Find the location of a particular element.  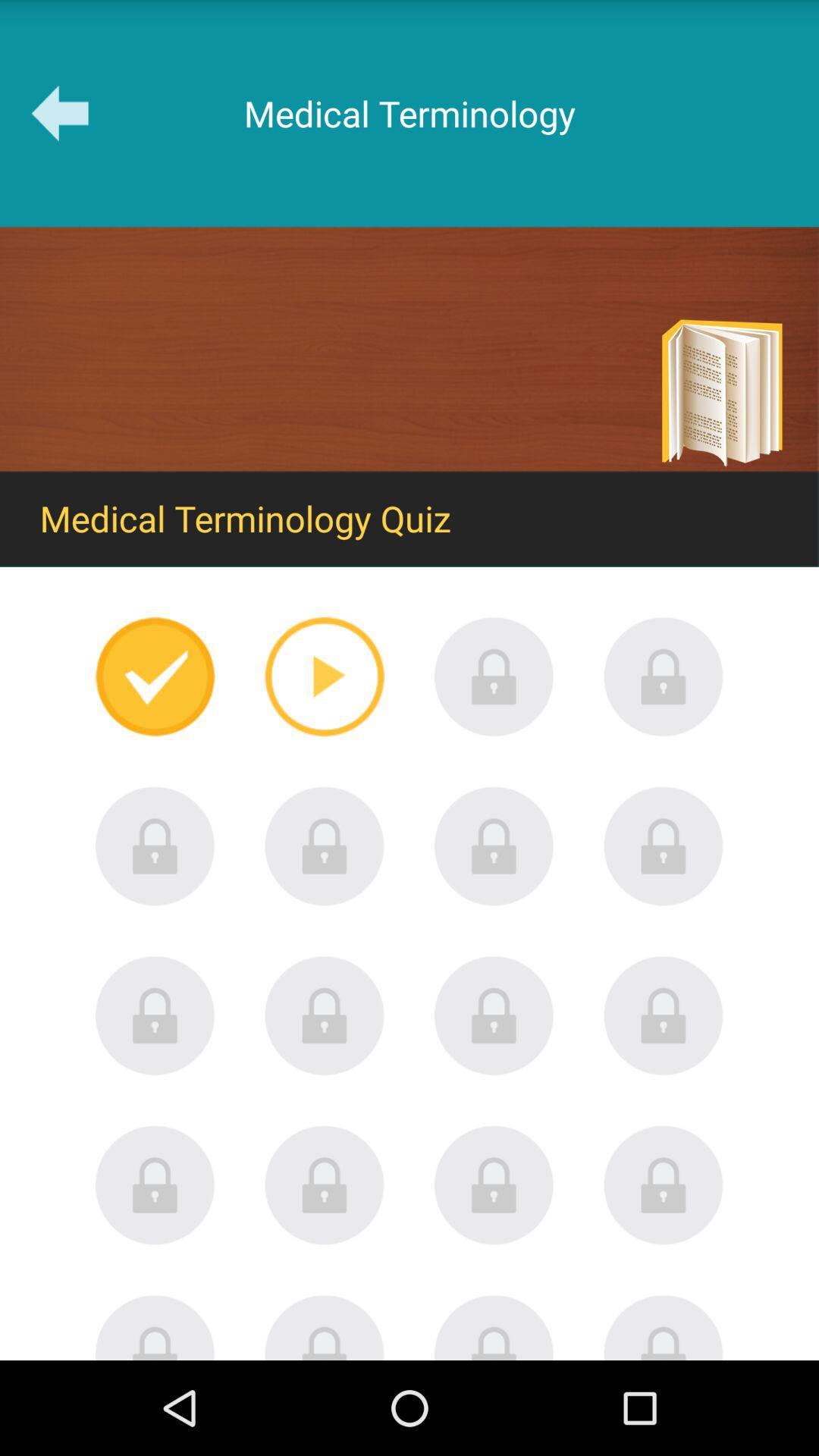

this option is locked is located at coordinates (494, 846).